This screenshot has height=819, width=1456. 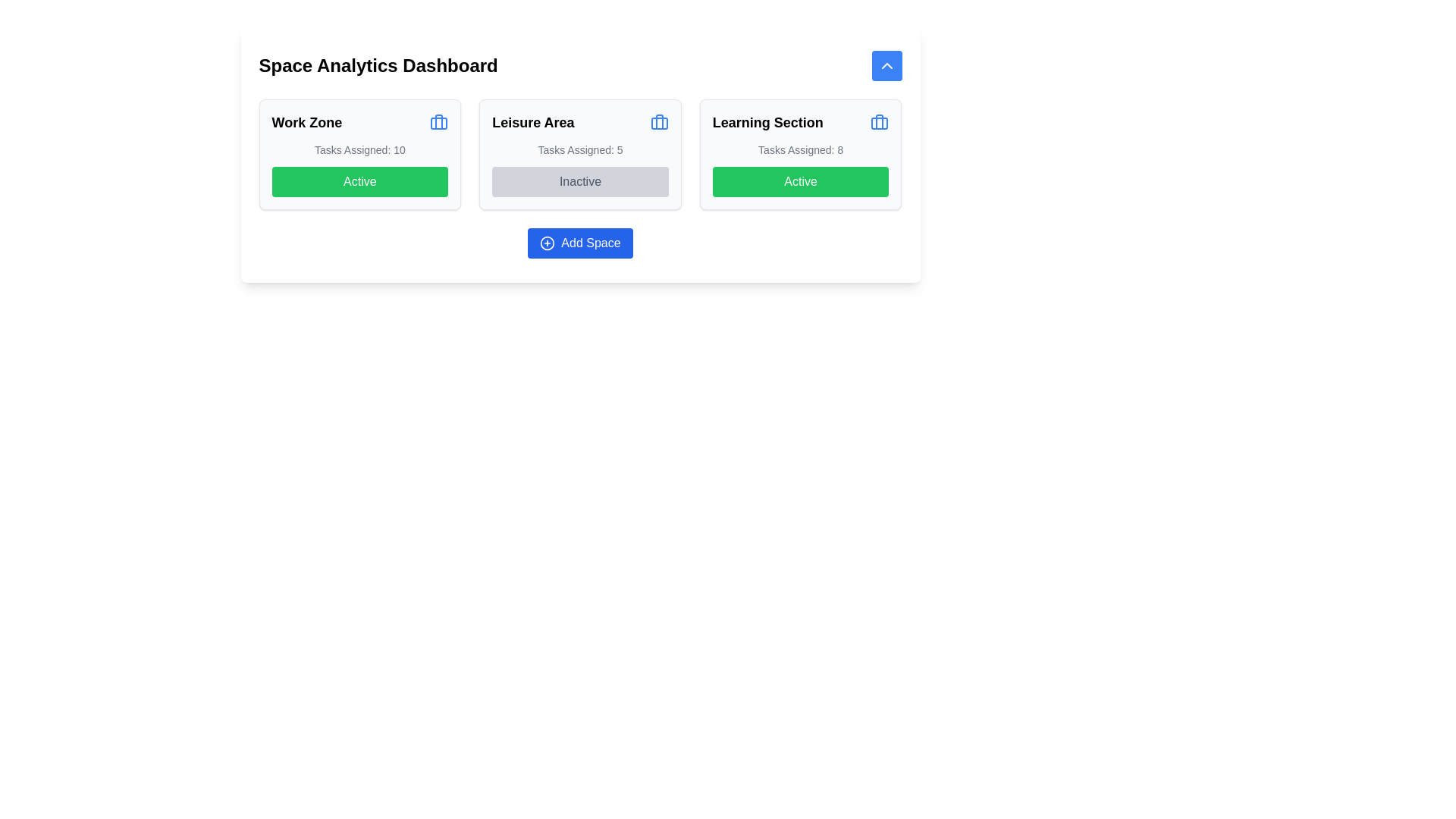 I want to click on the 'Learning Section' text label located above the 'Active' green button and the descriptive text 'Tasks Assigned: 8' within the card section, so click(x=767, y=122).